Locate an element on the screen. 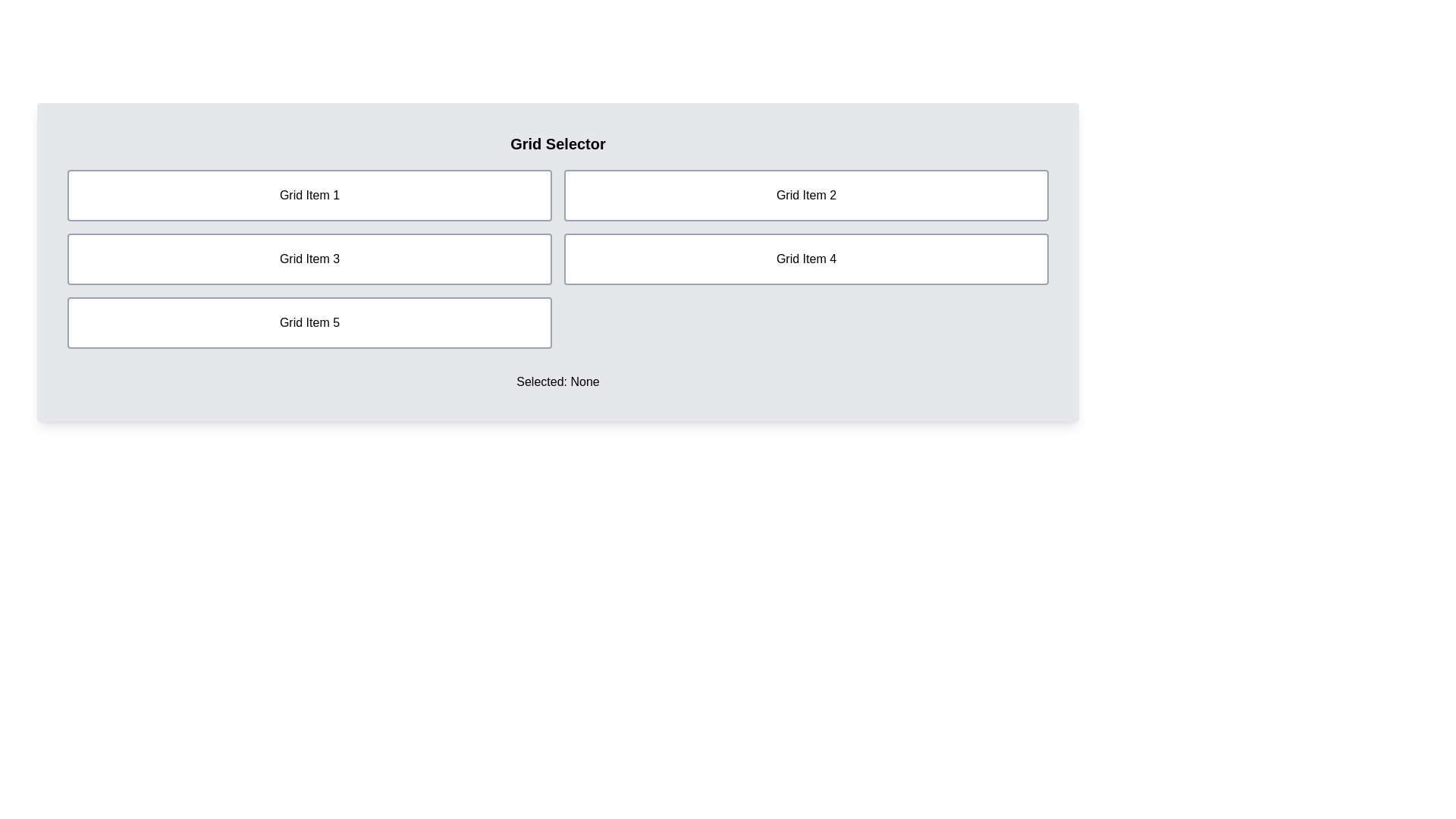 The height and width of the screenshot is (819, 1456). the label 'Grid Item 1' which is the first item in the grid layout, located at the top of the grid component is located at coordinates (309, 195).